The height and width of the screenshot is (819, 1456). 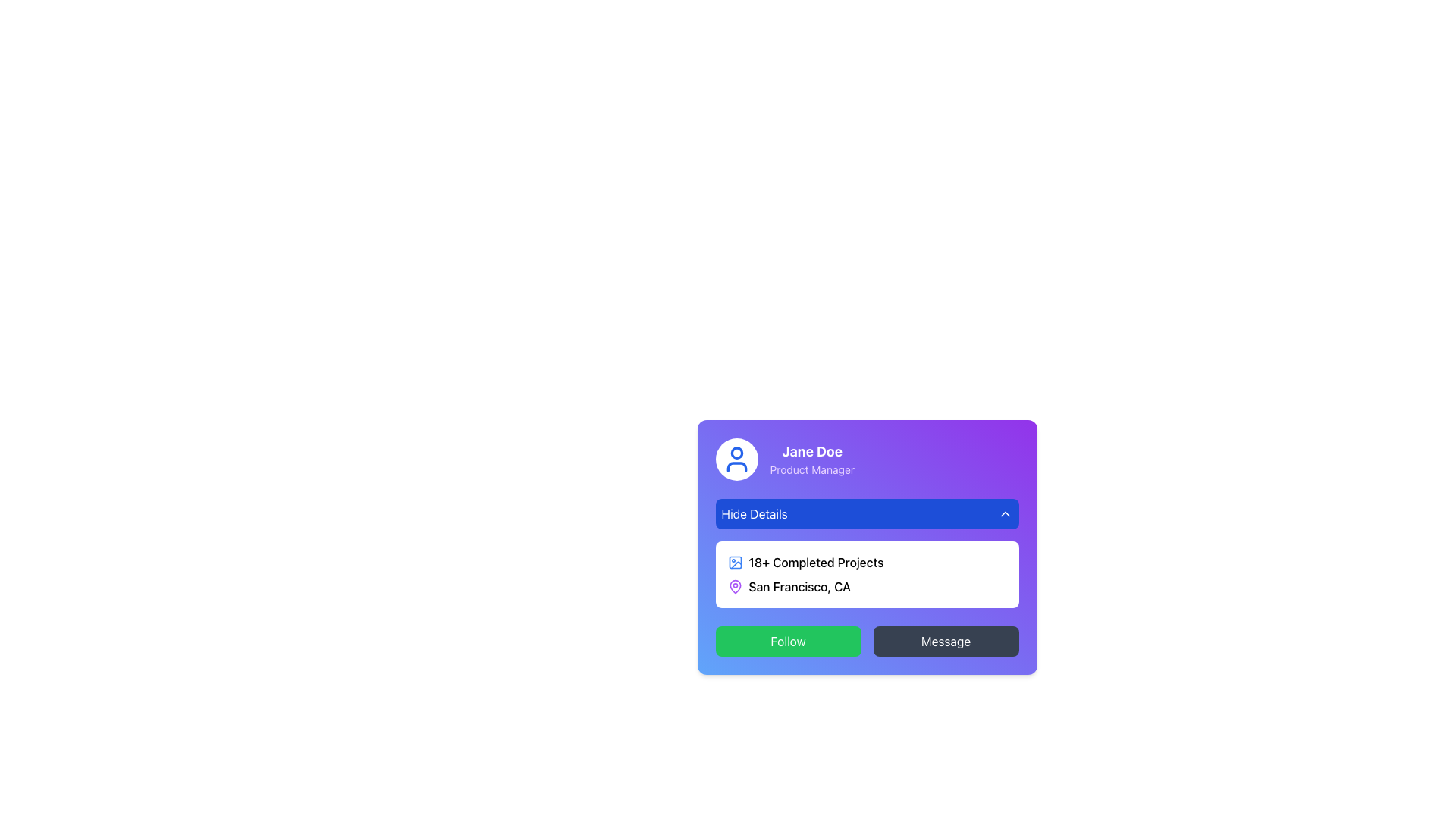 I want to click on the static text label displaying 'San Francisco, CA', which is located in the user profile section of the card and positioned to the right of a pin icon, so click(x=799, y=586).